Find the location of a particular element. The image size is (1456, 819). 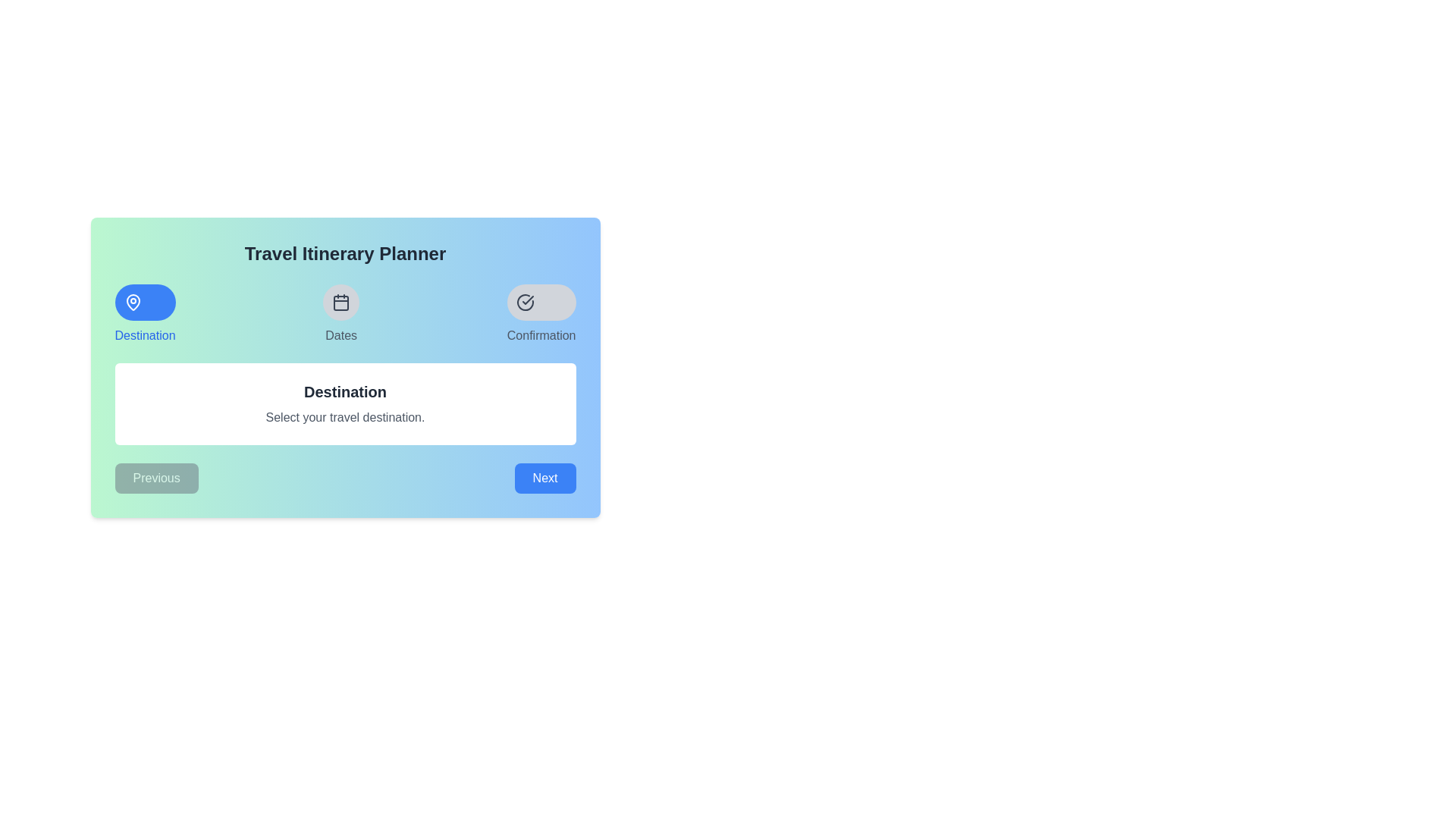

the circular icon with a checkmark labeled 'Confirmation' located in the third position of the top row of the blue-gradient card interface is located at coordinates (541, 314).